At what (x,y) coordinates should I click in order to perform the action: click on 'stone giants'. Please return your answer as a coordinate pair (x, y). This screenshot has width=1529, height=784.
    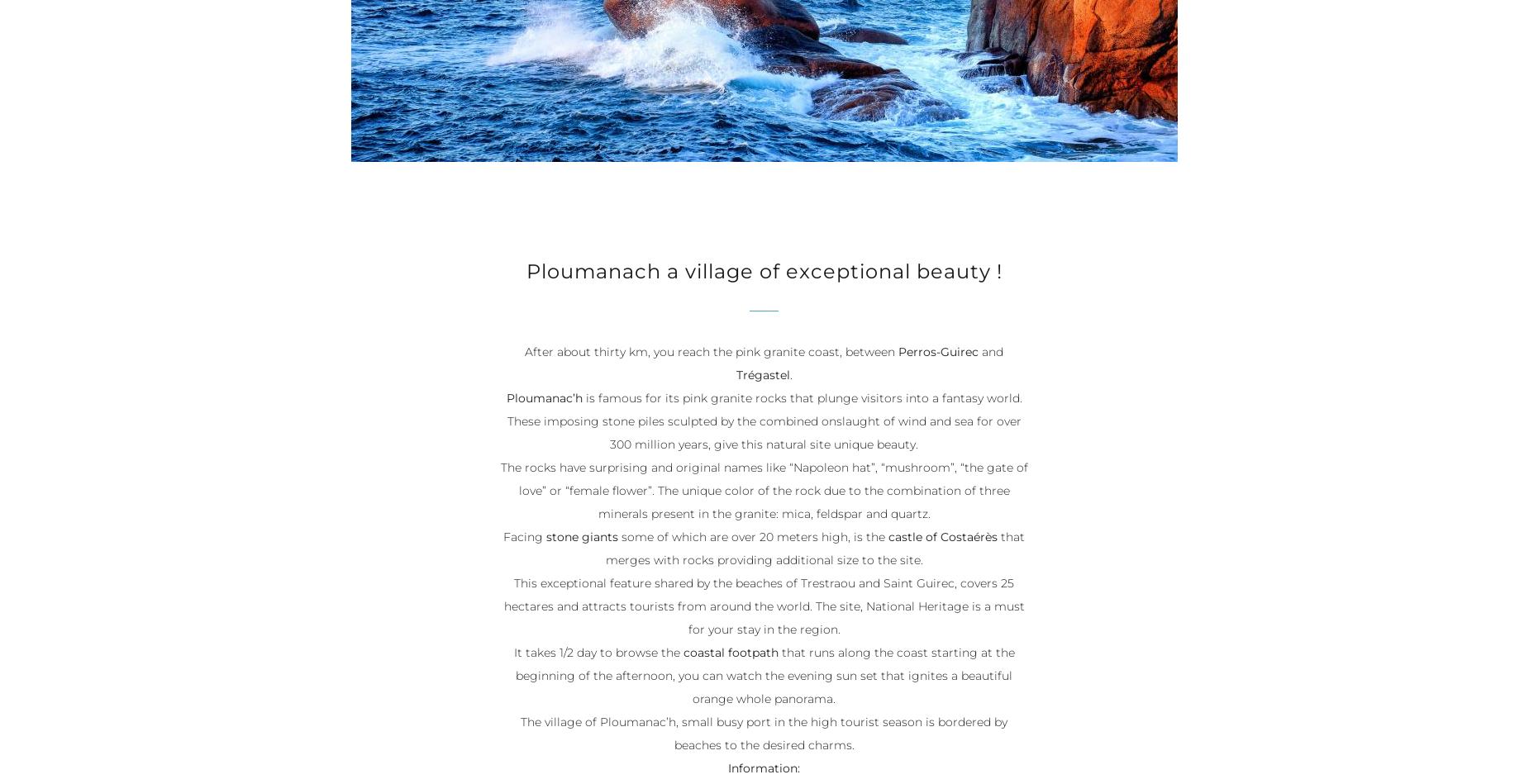
    Looking at the image, I should click on (582, 538).